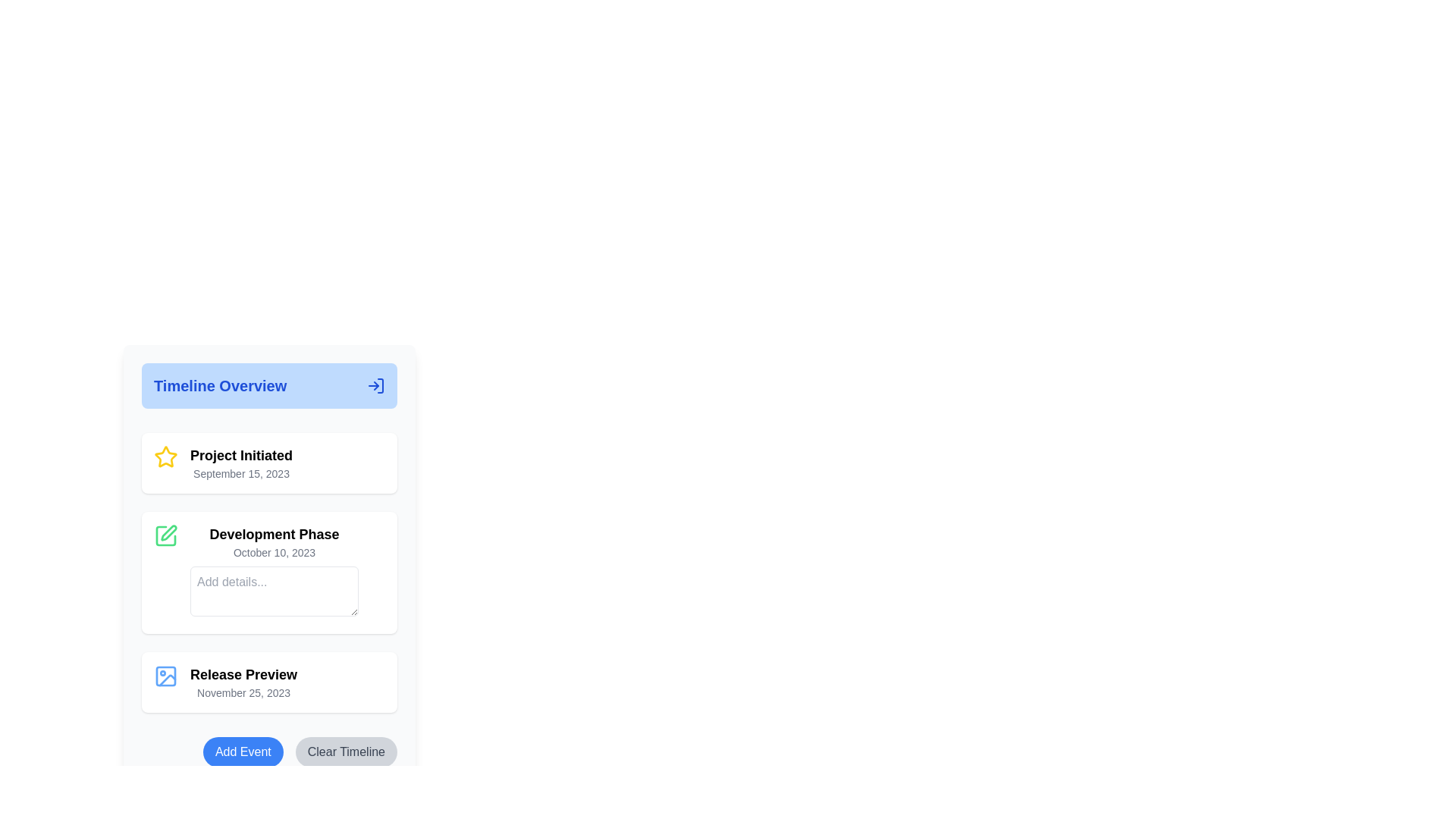 Image resolution: width=1456 pixels, height=819 pixels. Describe the element at coordinates (168, 532) in the screenshot. I see `the editing icon, which resembles a pen intersecting a rectangle, located as the second entry in the vertical list of timeline items` at that location.